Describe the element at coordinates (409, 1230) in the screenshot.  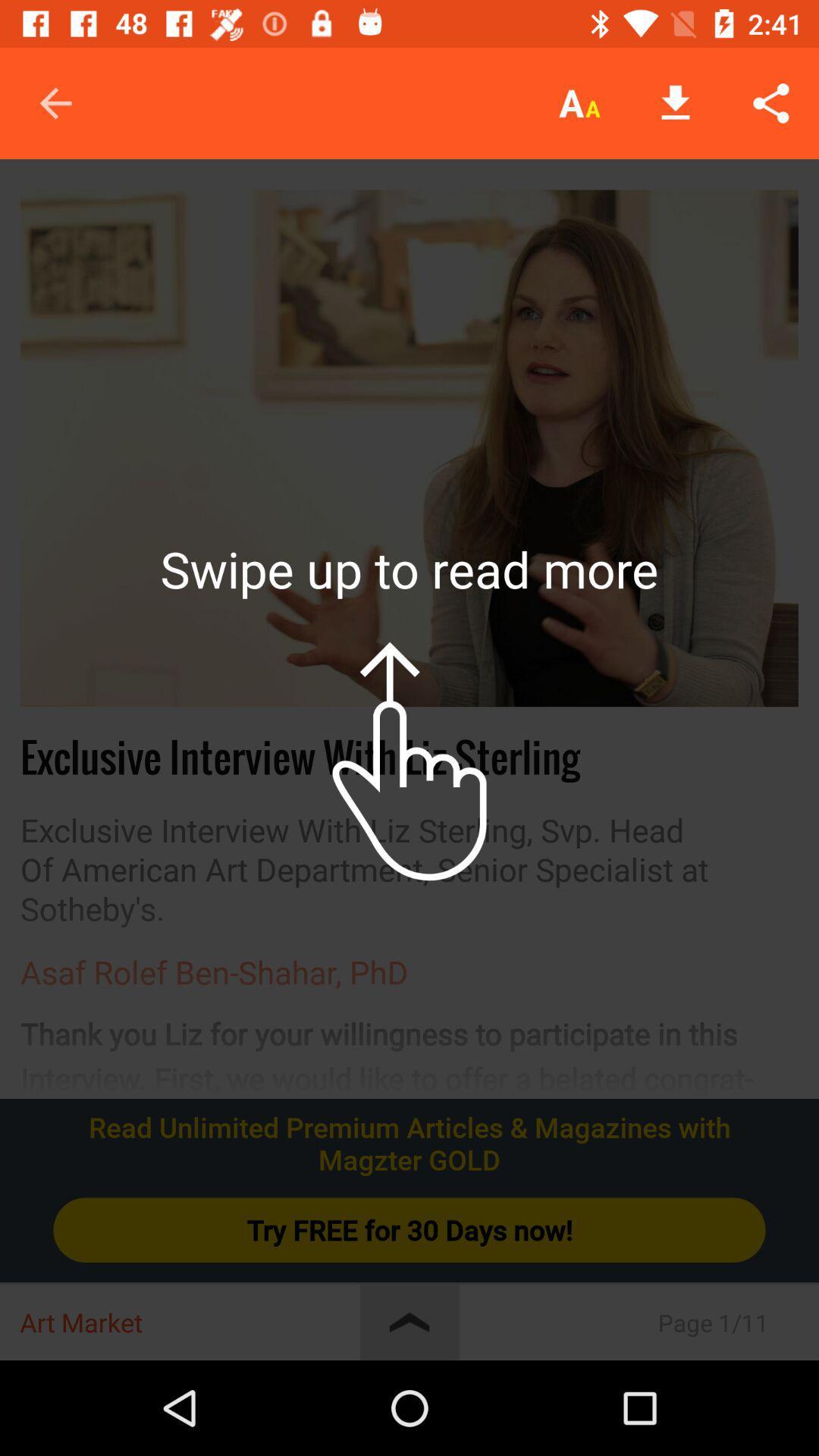
I see `the try free for item` at that location.